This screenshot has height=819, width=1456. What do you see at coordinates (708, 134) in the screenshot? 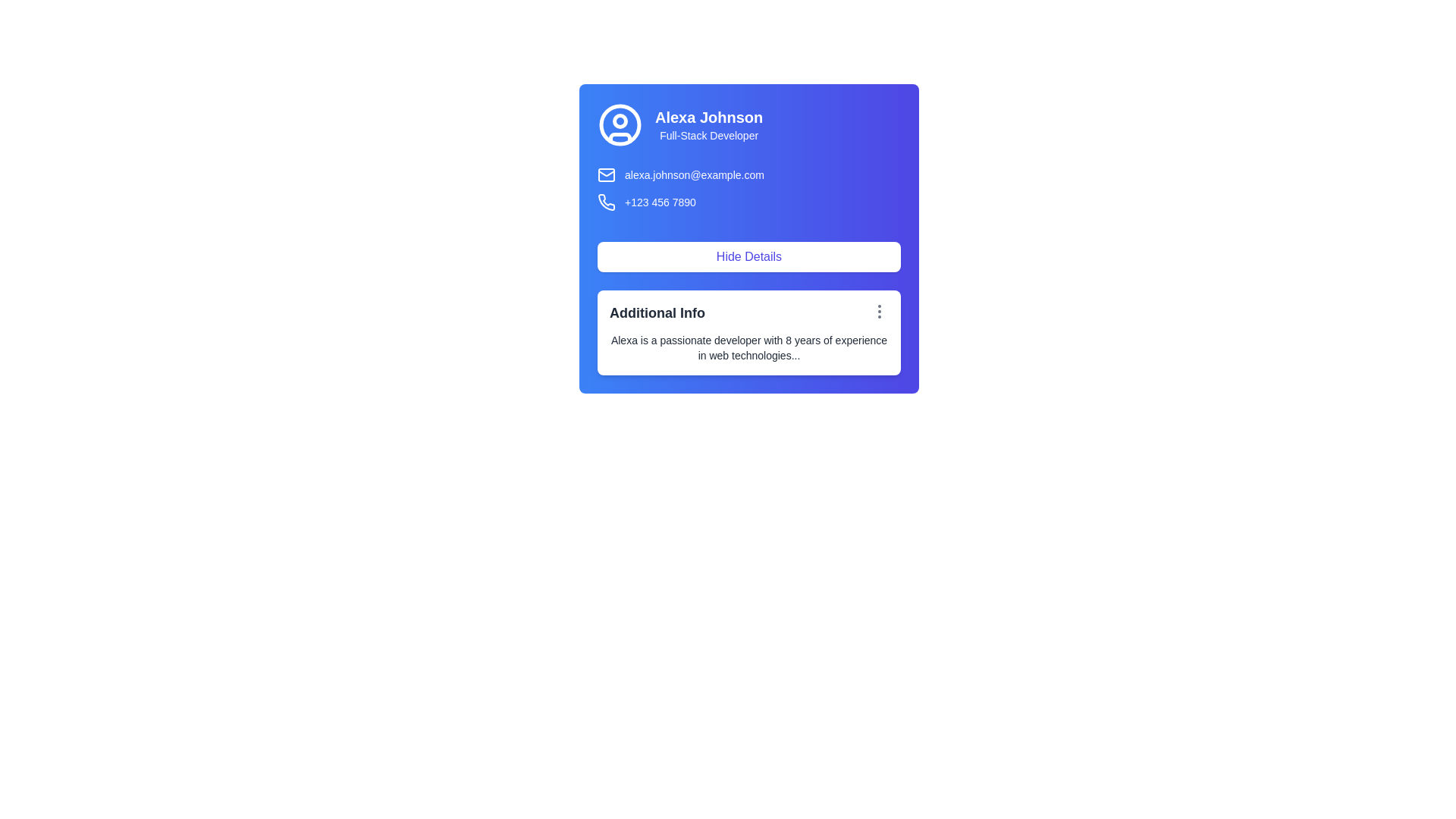
I see `the text label displaying 'Full-Stack Developer' located below the name 'Alexa Johnson' in the profile card` at bounding box center [708, 134].